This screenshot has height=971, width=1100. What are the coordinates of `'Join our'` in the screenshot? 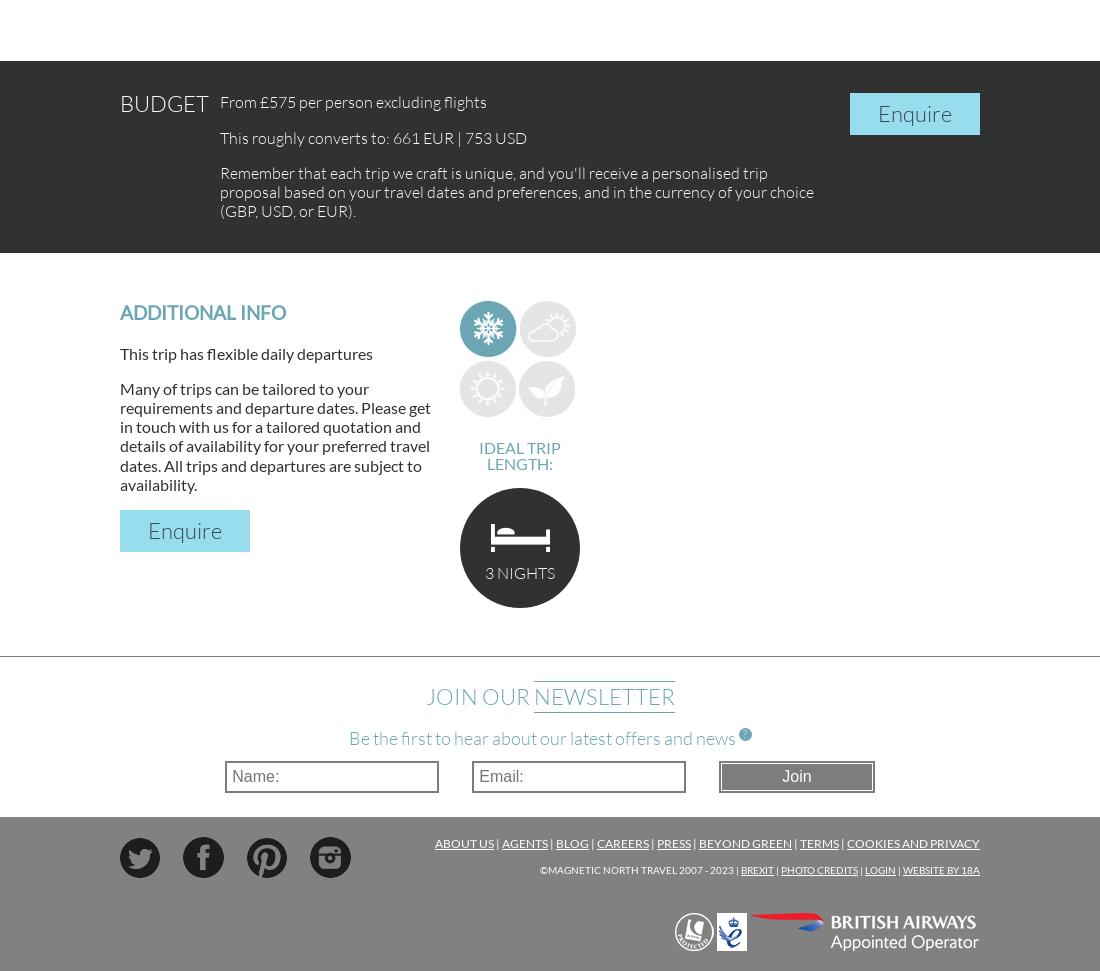 It's located at (478, 695).